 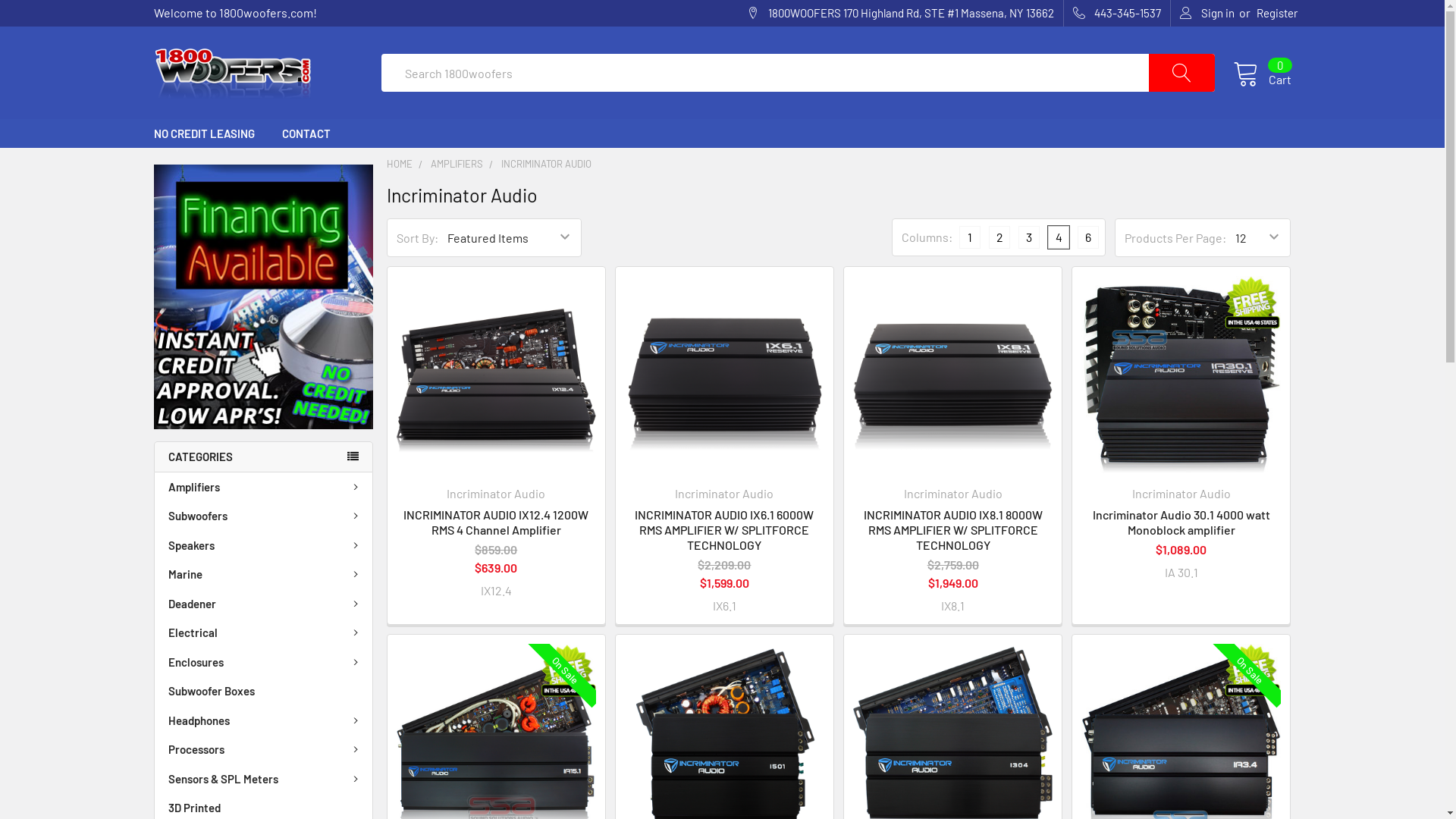 I want to click on 'Headphones', so click(x=154, y=720).